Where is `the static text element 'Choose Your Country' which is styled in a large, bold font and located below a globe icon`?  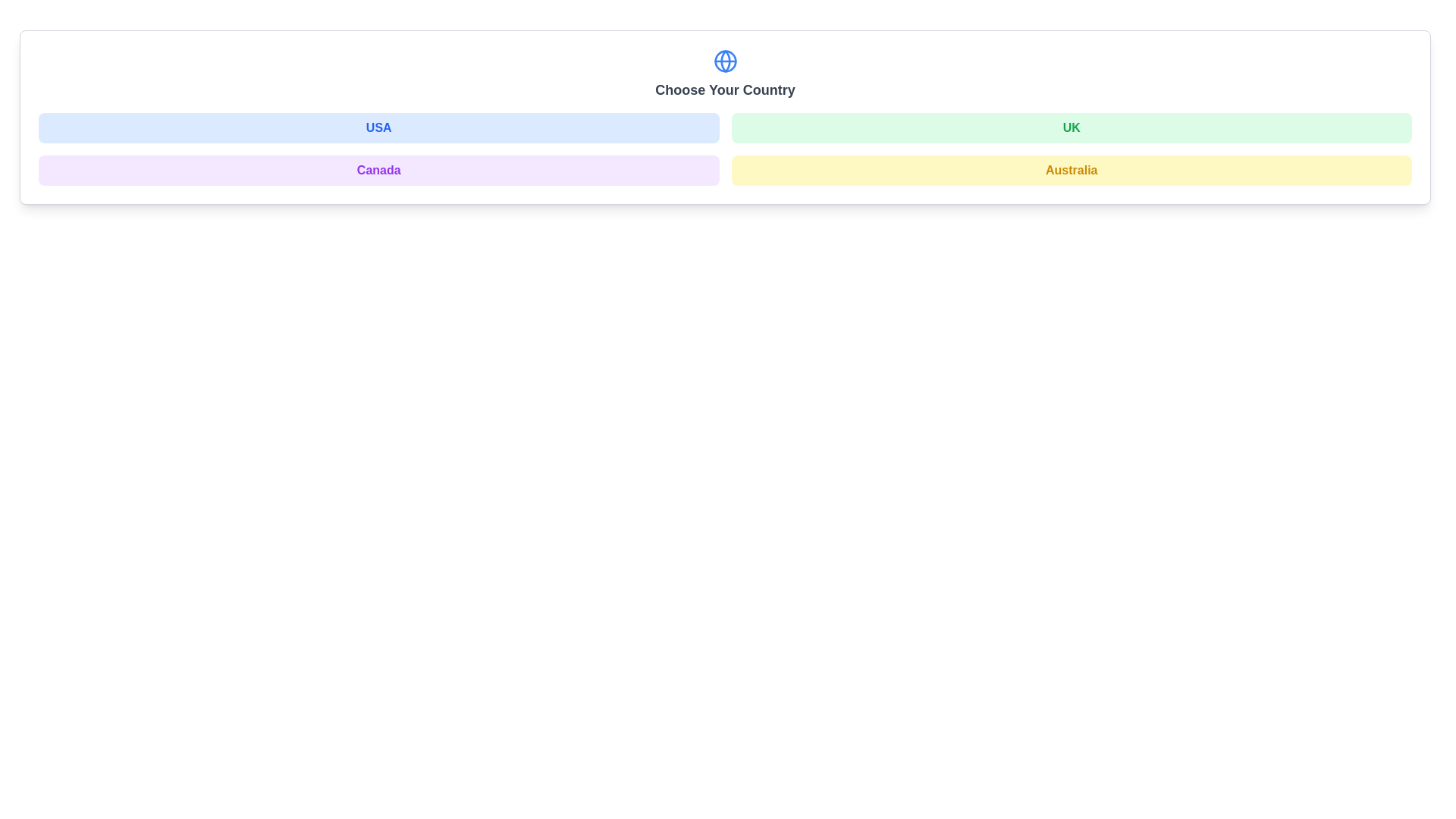 the static text element 'Choose Your Country' which is styled in a large, bold font and located below a globe icon is located at coordinates (724, 90).